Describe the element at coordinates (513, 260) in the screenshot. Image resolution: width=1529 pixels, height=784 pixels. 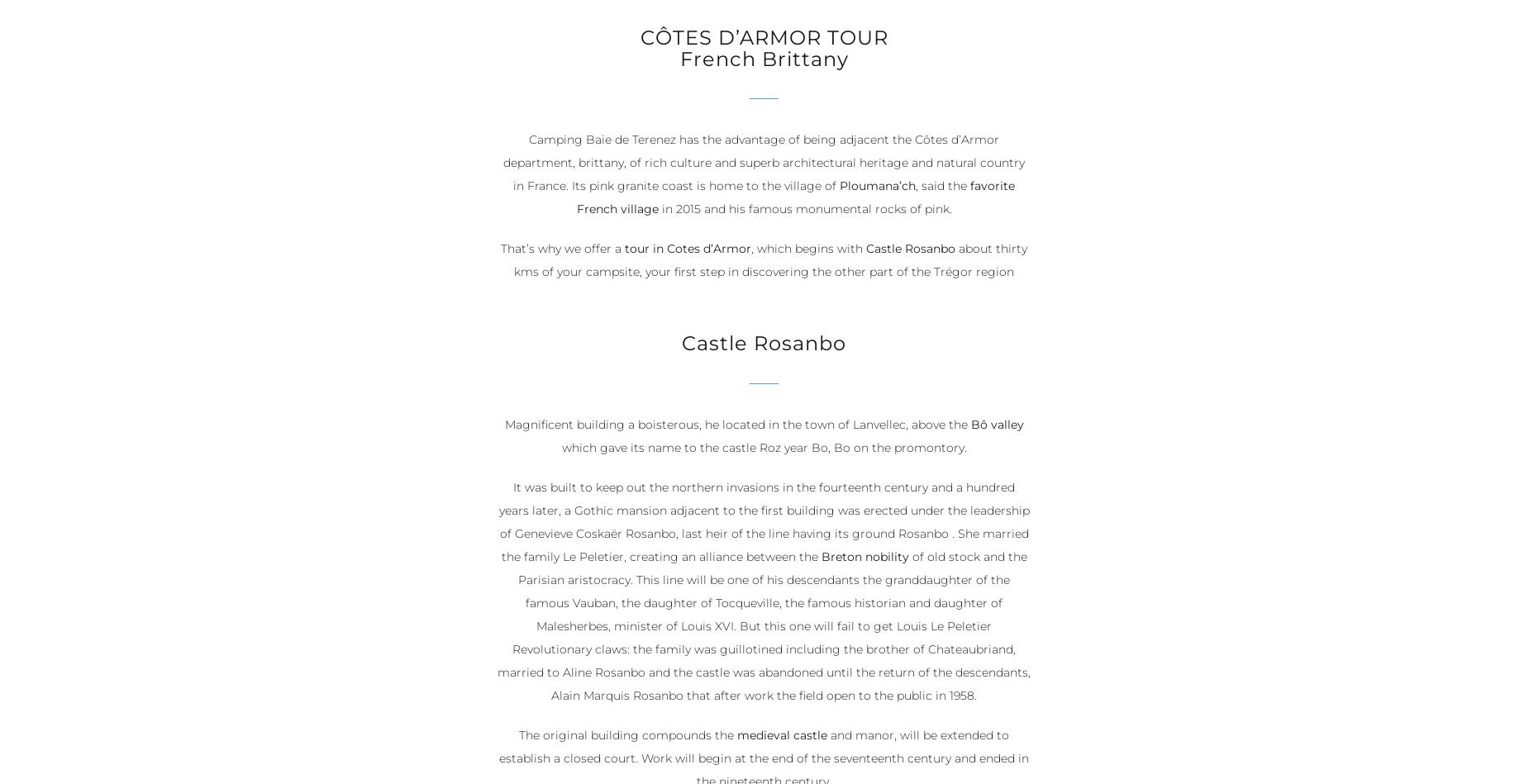
I see `'about thirty kms of your campsite, your first step in discovering the other part of the Trégor region'` at that location.